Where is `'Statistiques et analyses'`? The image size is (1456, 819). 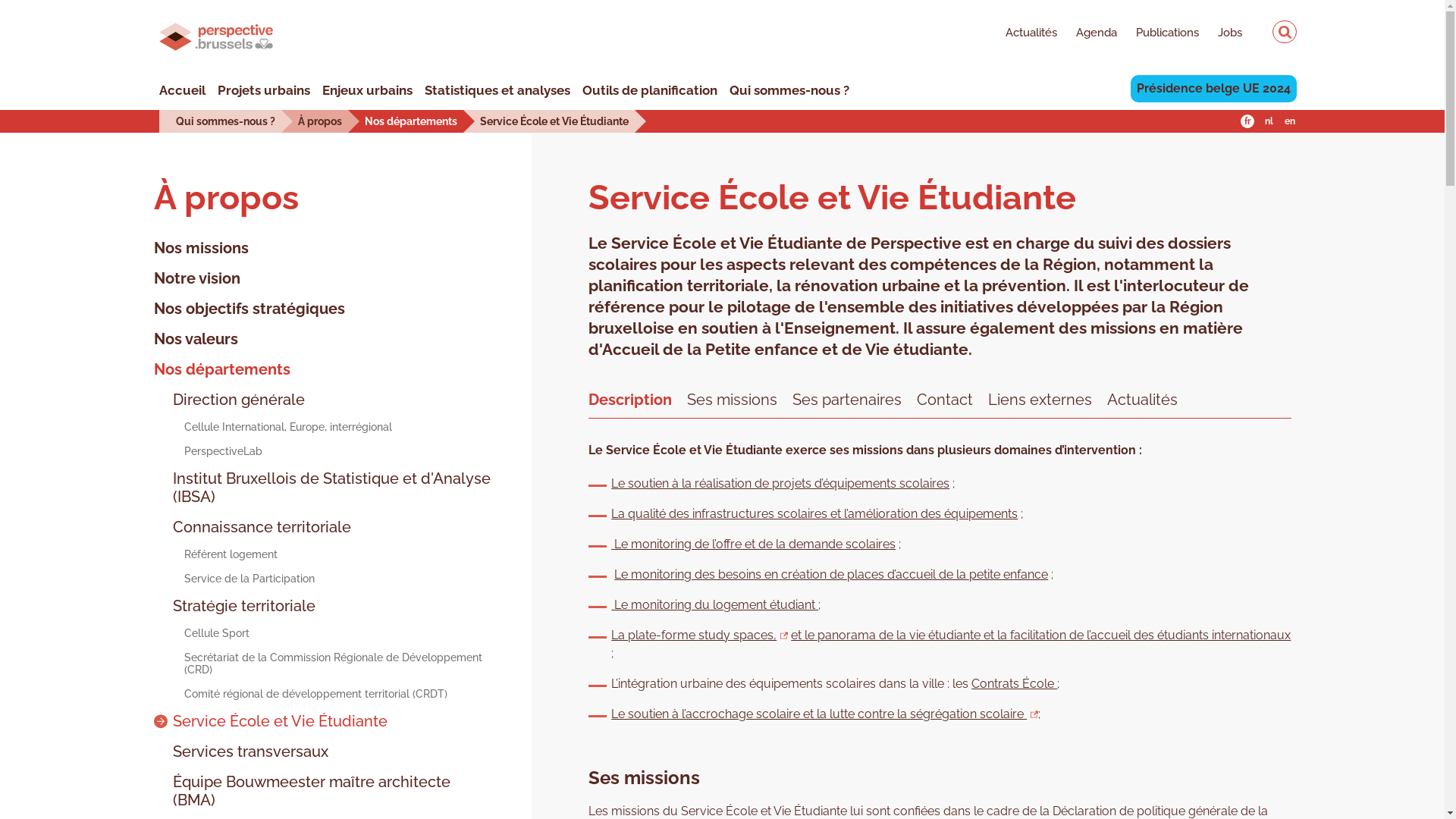
'Statistiques et analyses' is located at coordinates (425, 90).